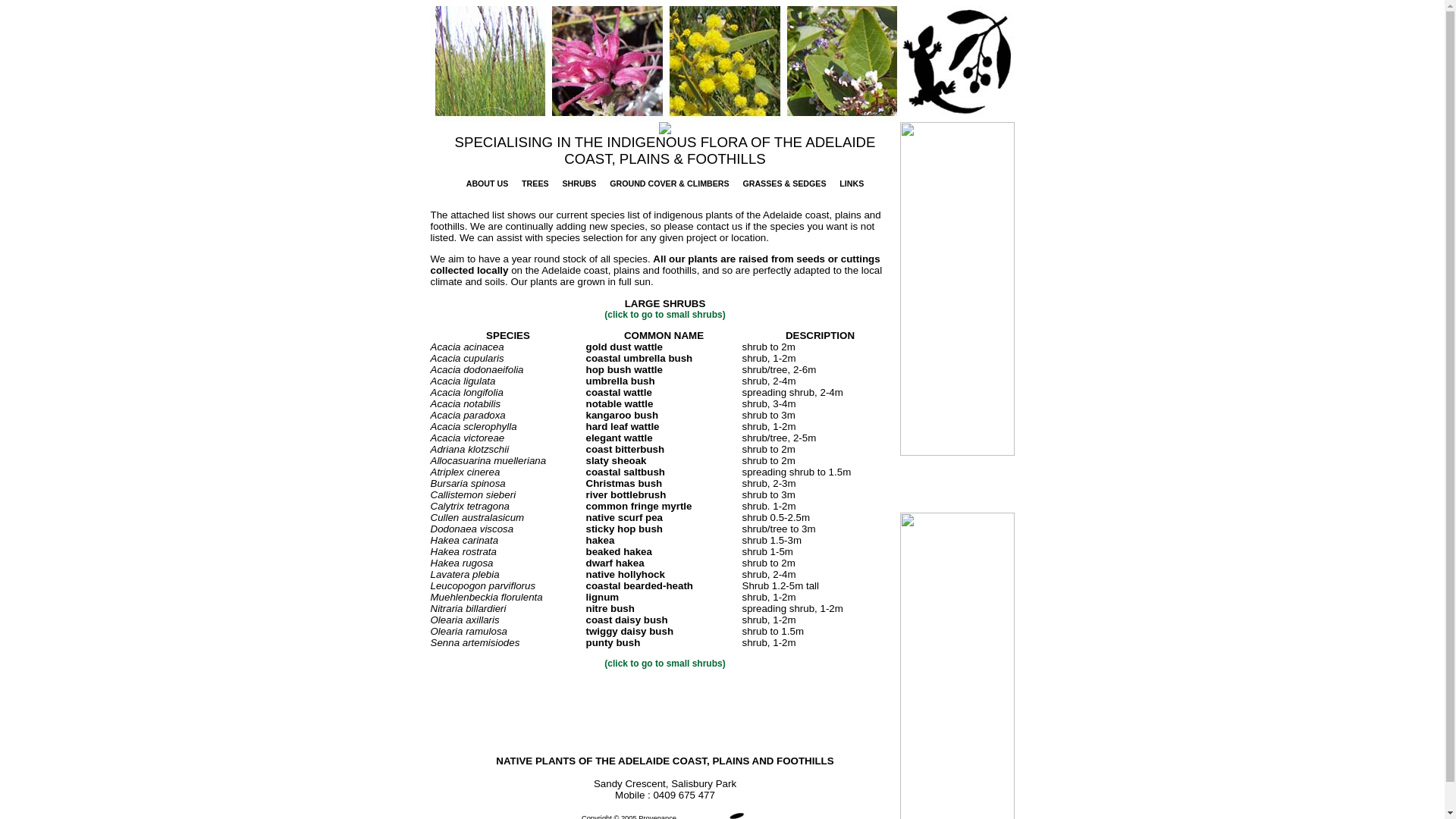 This screenshot has height=819, width=1456. Describe the element at coordinates (783, 183) in the screenshot. I see `'GRASSES & SEDGES'` at that location.